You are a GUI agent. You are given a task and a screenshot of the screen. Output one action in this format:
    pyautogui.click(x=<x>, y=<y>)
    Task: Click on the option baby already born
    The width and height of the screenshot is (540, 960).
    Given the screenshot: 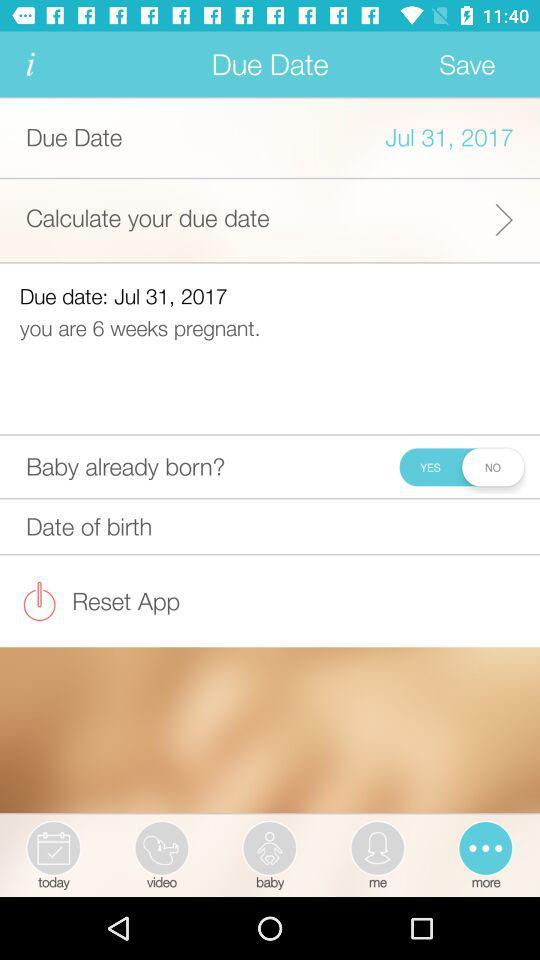 What is the action you would take?
    pyautogui.click(x=461, y=466)
    